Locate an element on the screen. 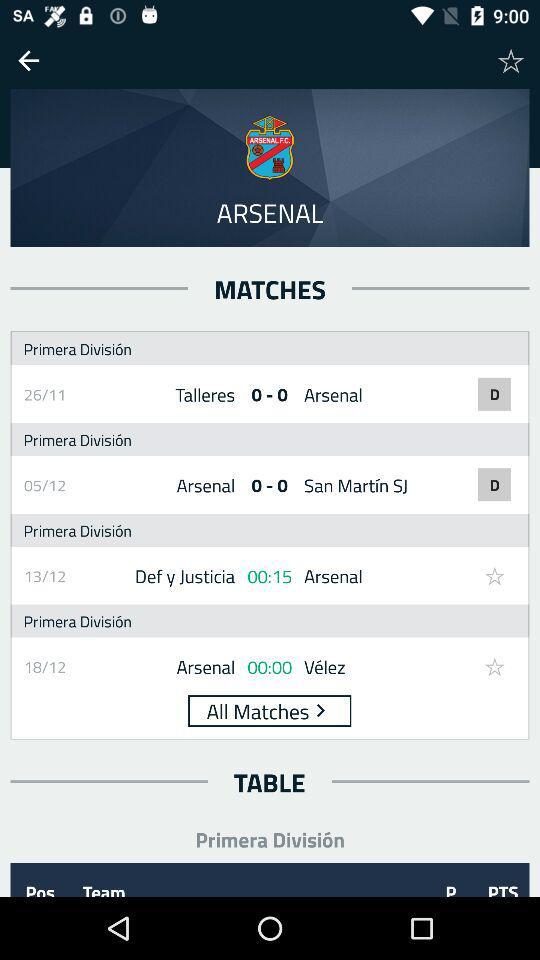 The width and height of the screenshot is (540, 960). item at the top right corner is located at coordinates (511, 59).